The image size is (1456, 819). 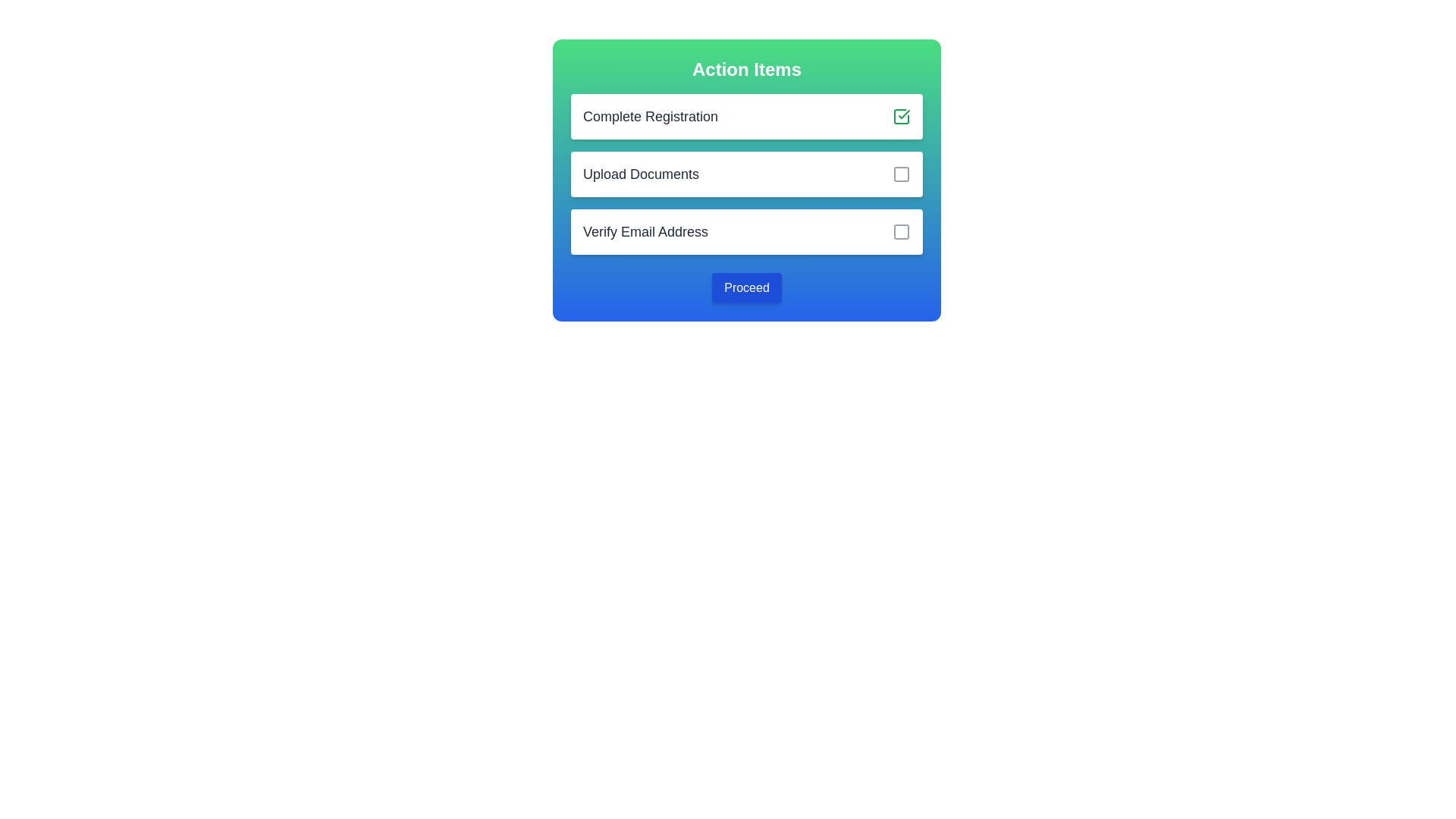 What do you see at coordinates (902, 231) in the screenshot?
I see `the Checkbox Indicator located in the 'Verify Email Address' section of the action items interface to trigger a tooltip` at bounding box center [902, 231].